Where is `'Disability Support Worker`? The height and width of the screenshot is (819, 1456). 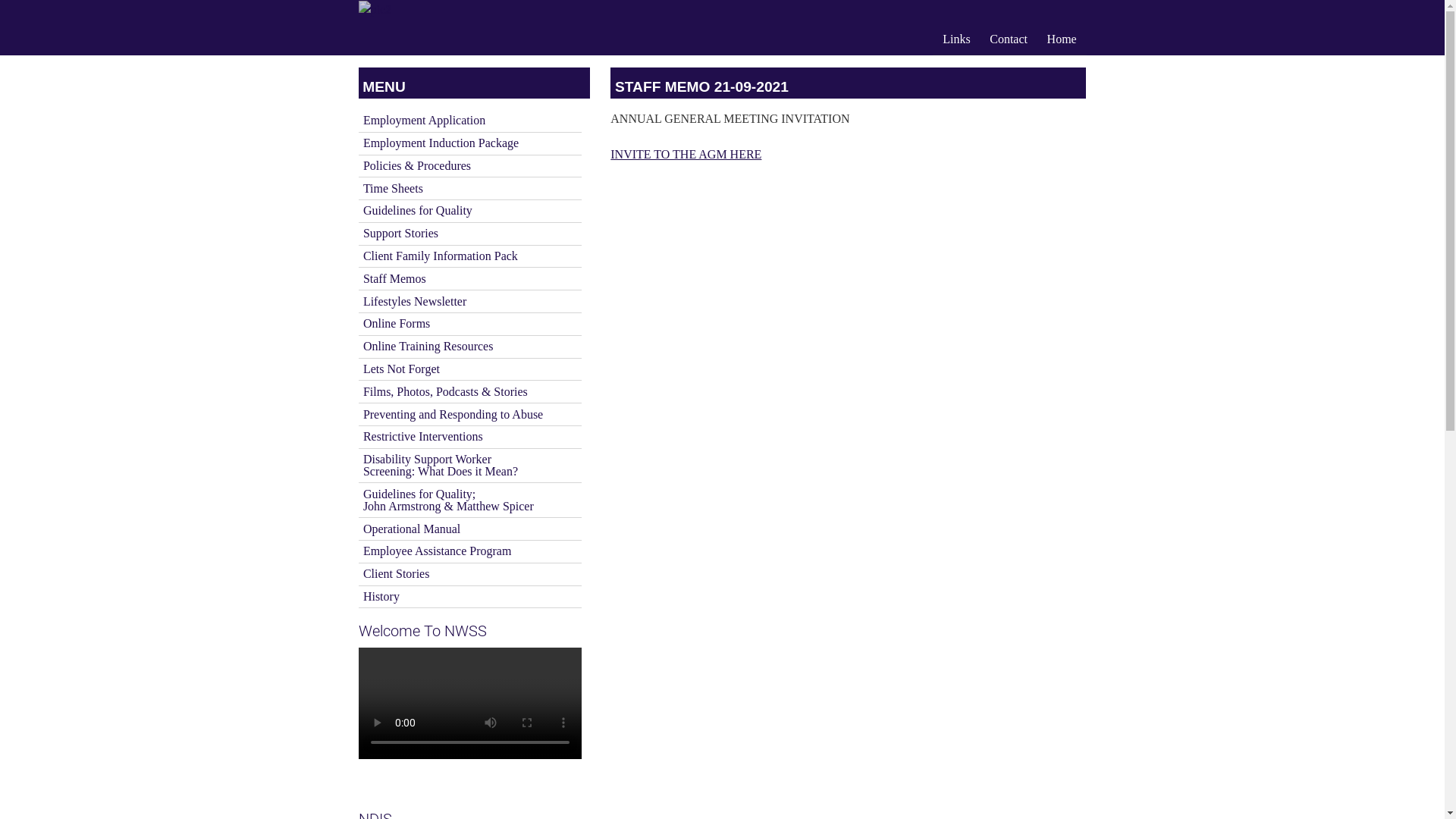
'Disability Support Worker is located at coordinates (469, 465).